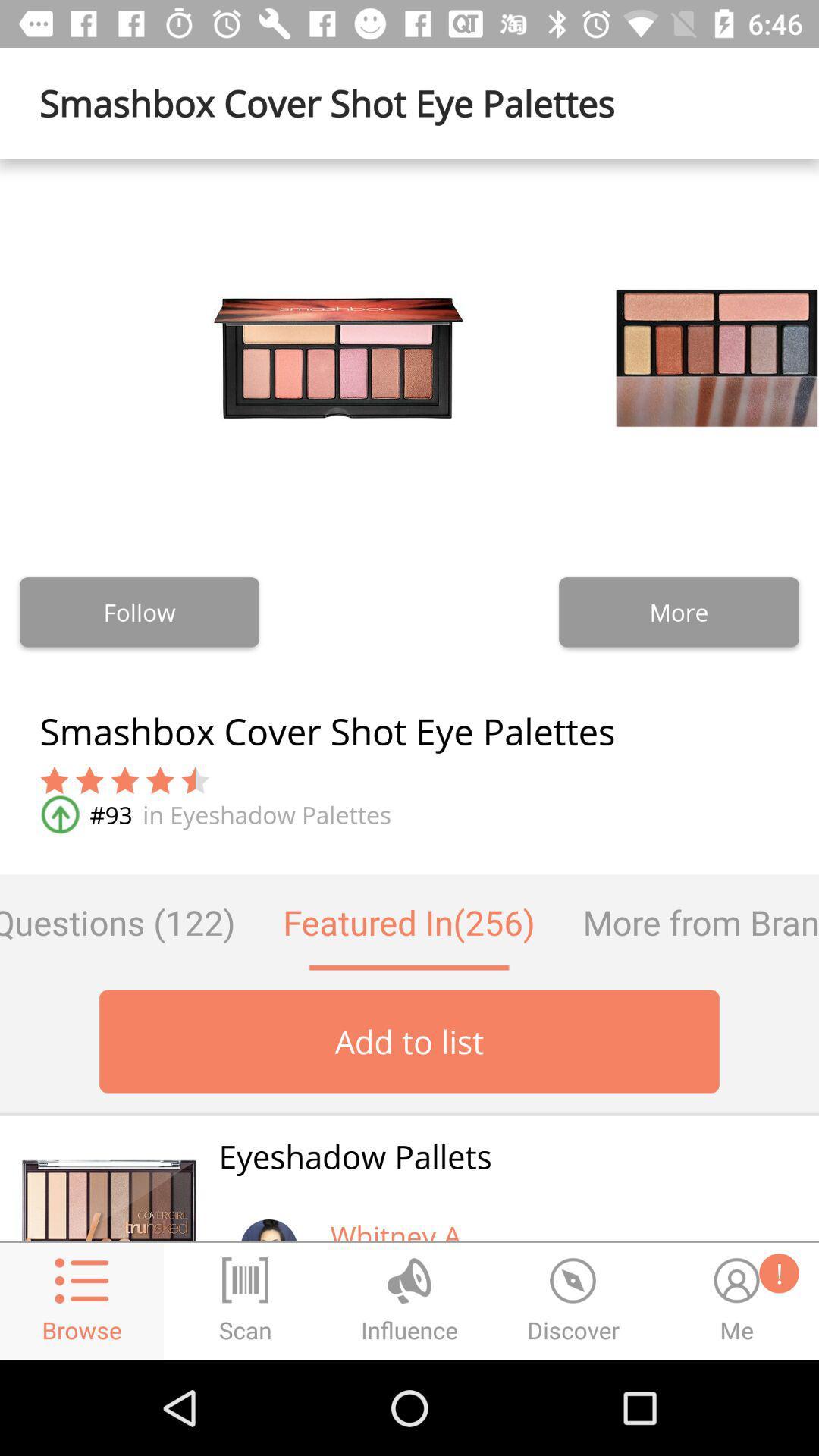 This screenshot has height=1456, width=819. What do you see at coordinates (408, 921) in the screenshot?
I see `the item to the right of questions (122)` at bounding box center [408, 921].